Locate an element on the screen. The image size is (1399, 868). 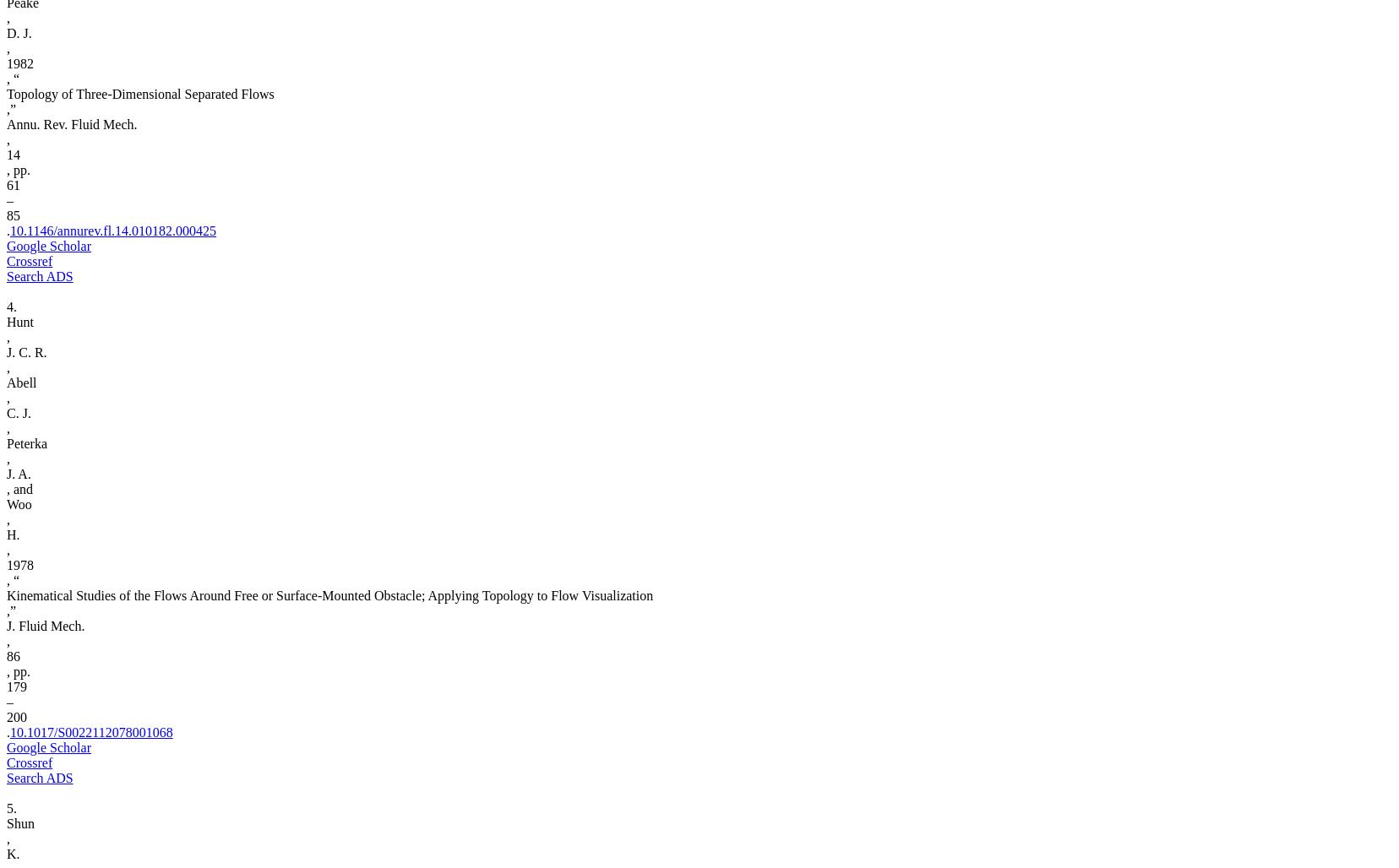
', and' is located at coordinates (19, 488).